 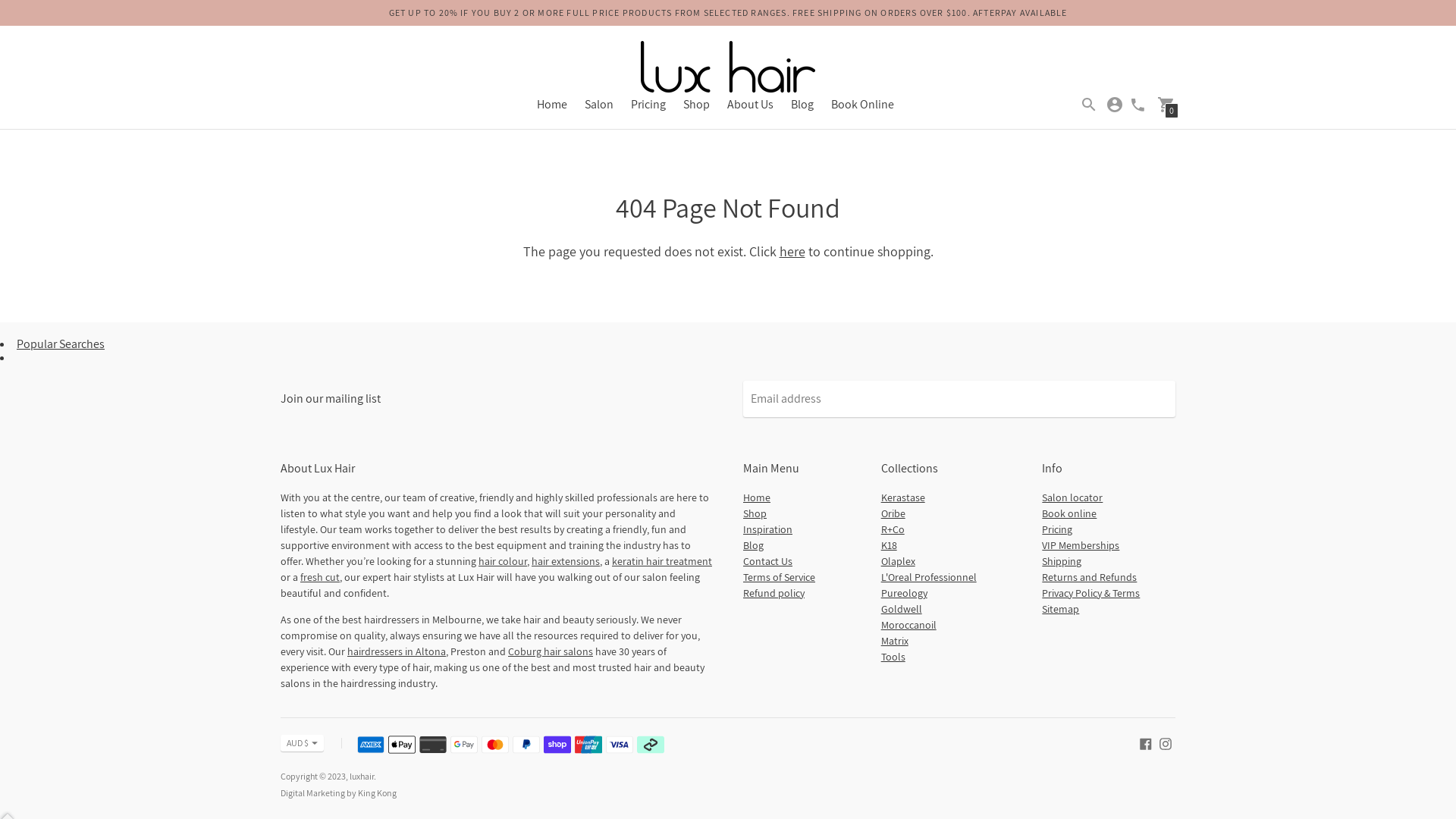 What do you see at coordinates (893, 656) in the screenshot?
I see `'Tools'` at bounding box center [893, 656].